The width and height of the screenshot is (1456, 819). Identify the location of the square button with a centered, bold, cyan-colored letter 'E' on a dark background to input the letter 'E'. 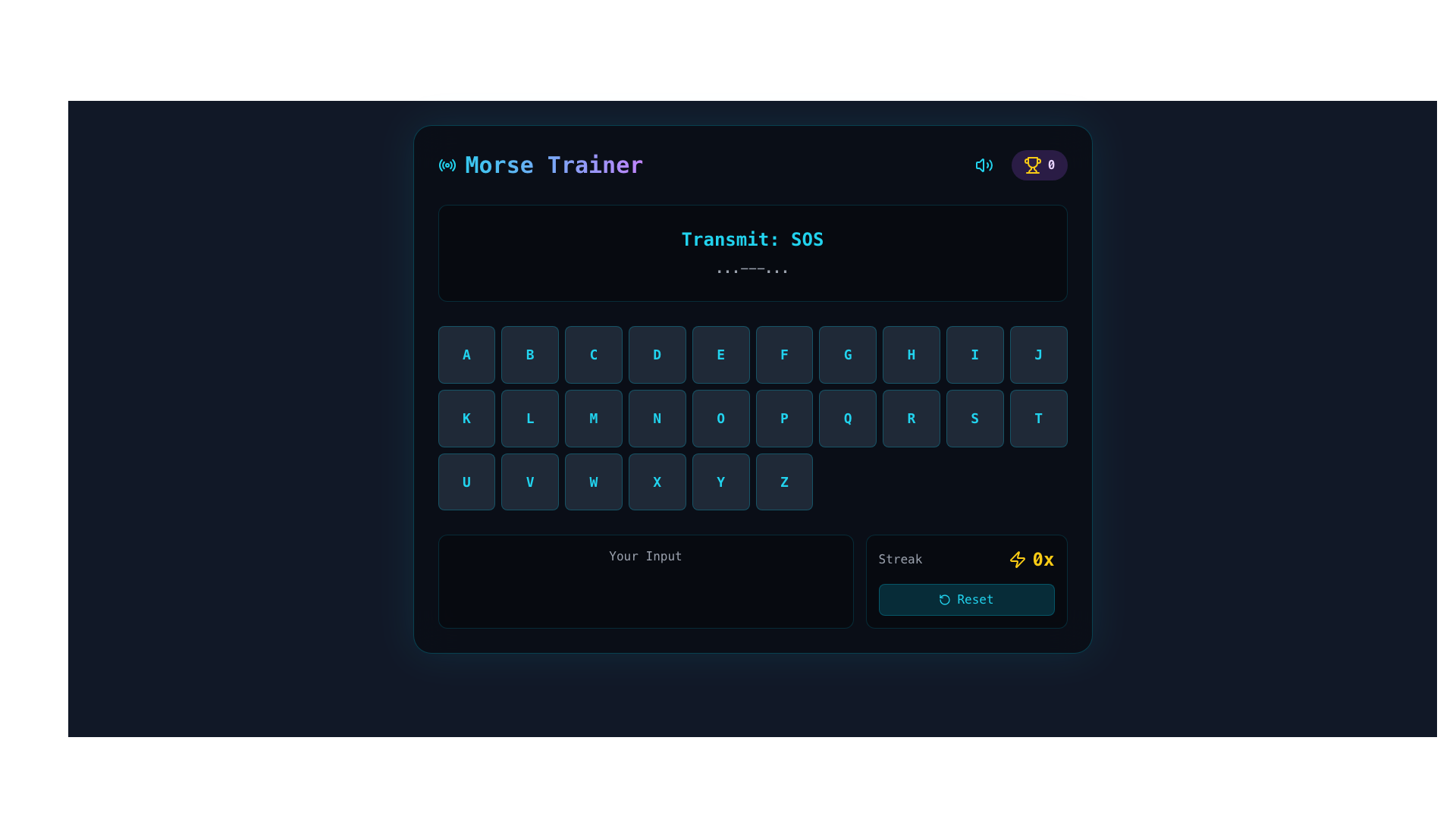
(720, 354).